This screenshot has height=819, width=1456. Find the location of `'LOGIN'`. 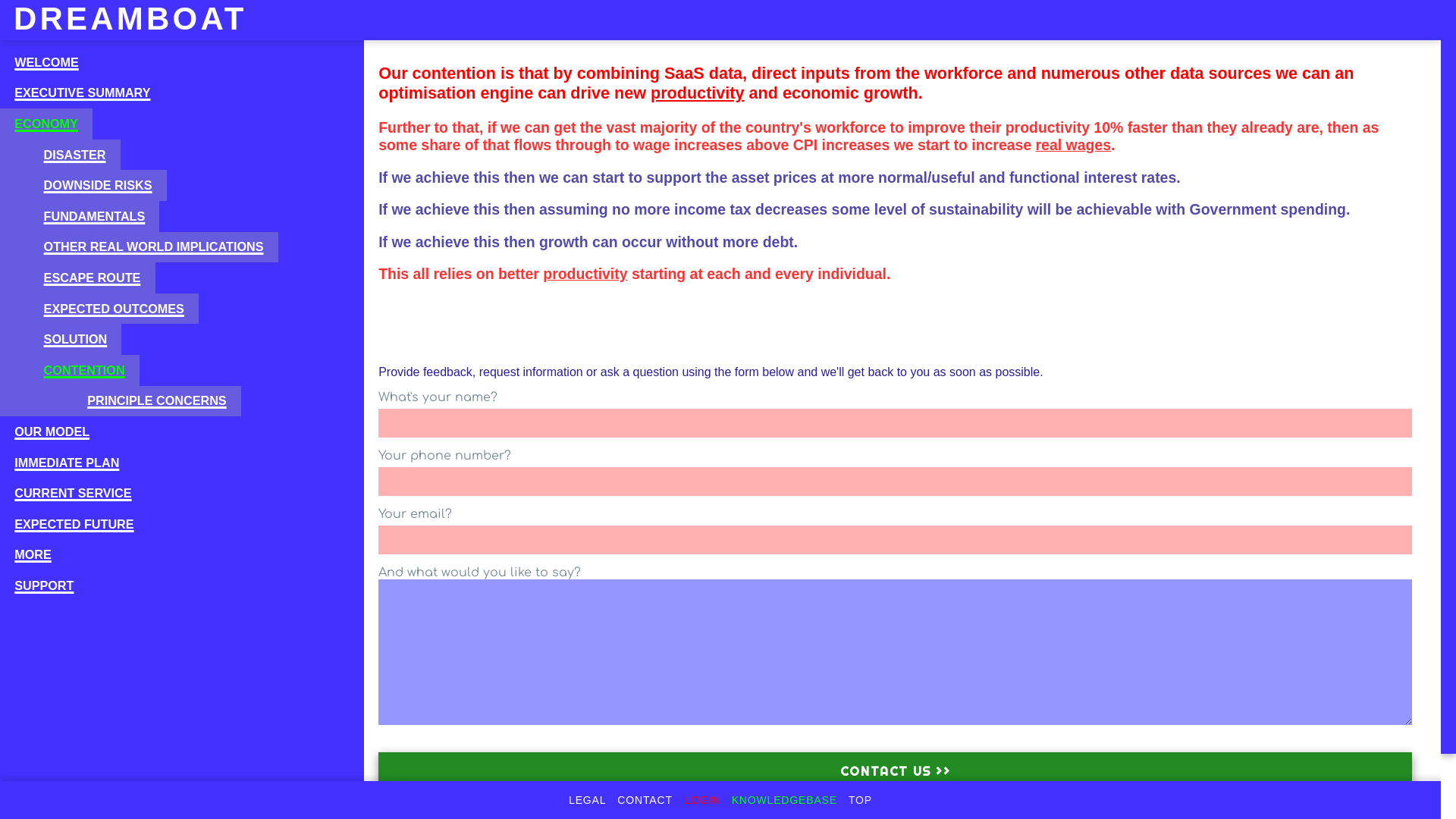

'LOGIN' is located at coordinates (701, 799).